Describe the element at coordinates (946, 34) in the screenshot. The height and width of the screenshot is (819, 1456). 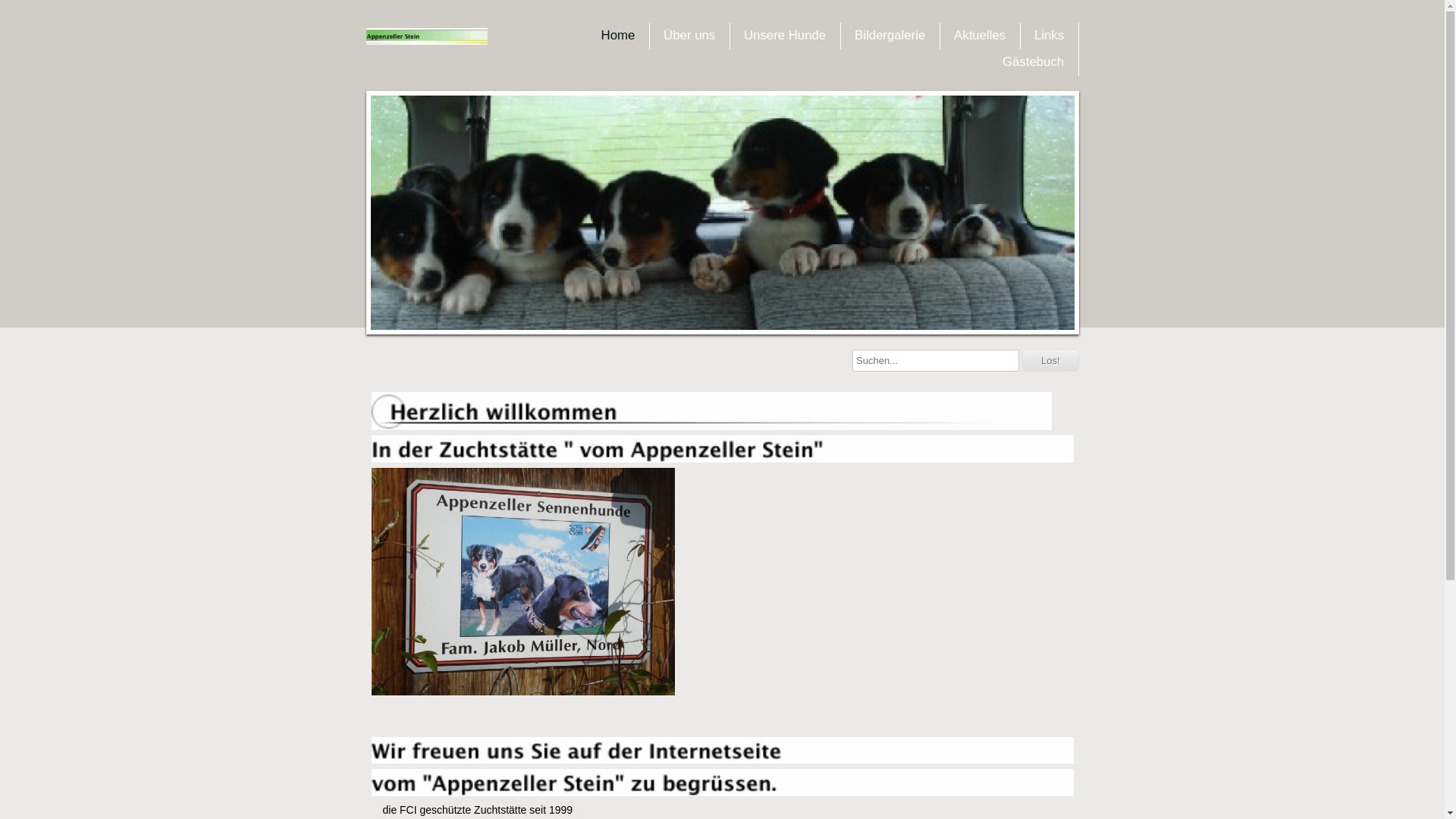
I see `'Aktuelles'` at that location.